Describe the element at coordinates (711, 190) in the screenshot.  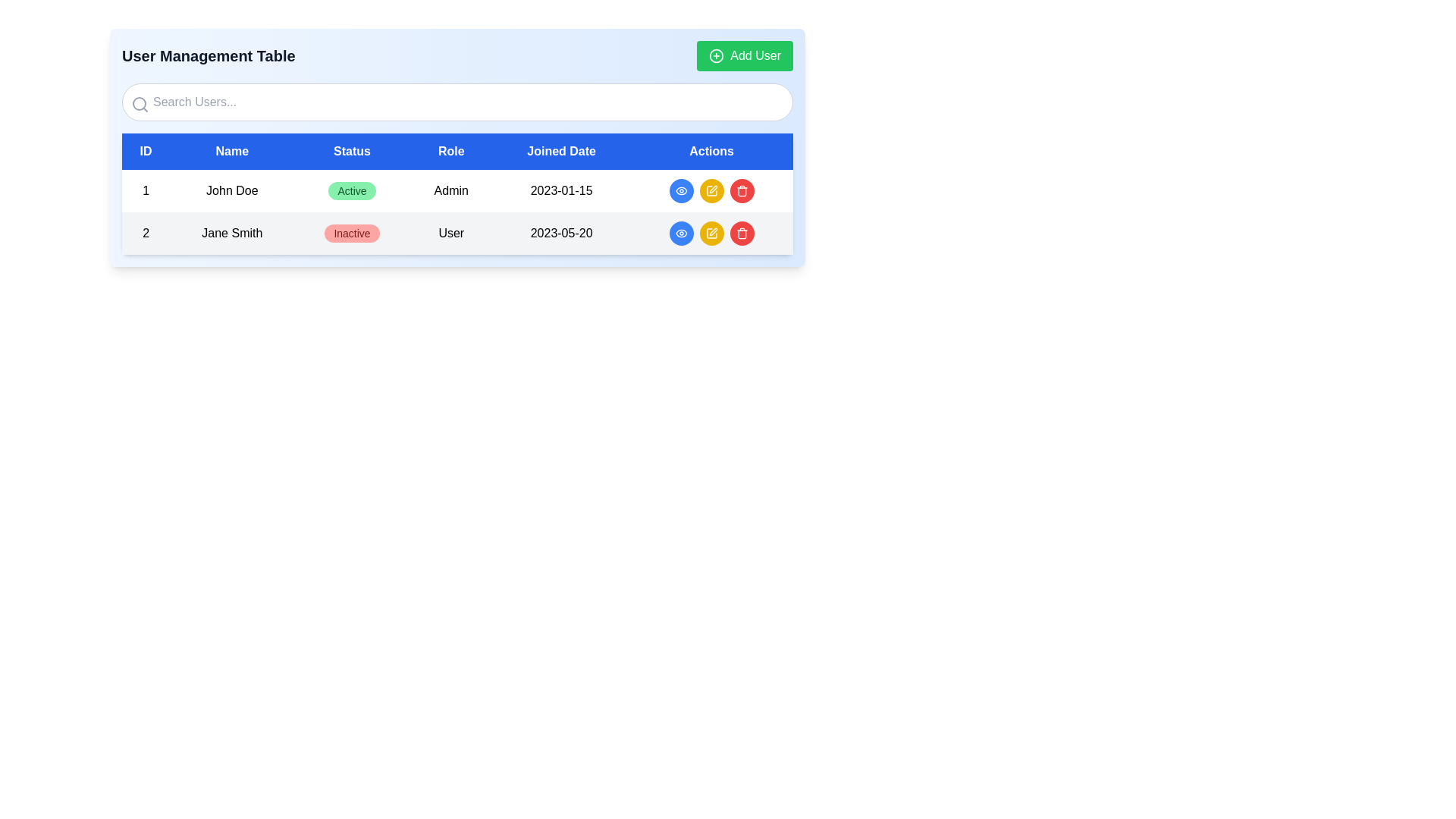
I see `the circular yellow button with a white pen icon, located in the first row of the user table's 'Actions' column` at that location.